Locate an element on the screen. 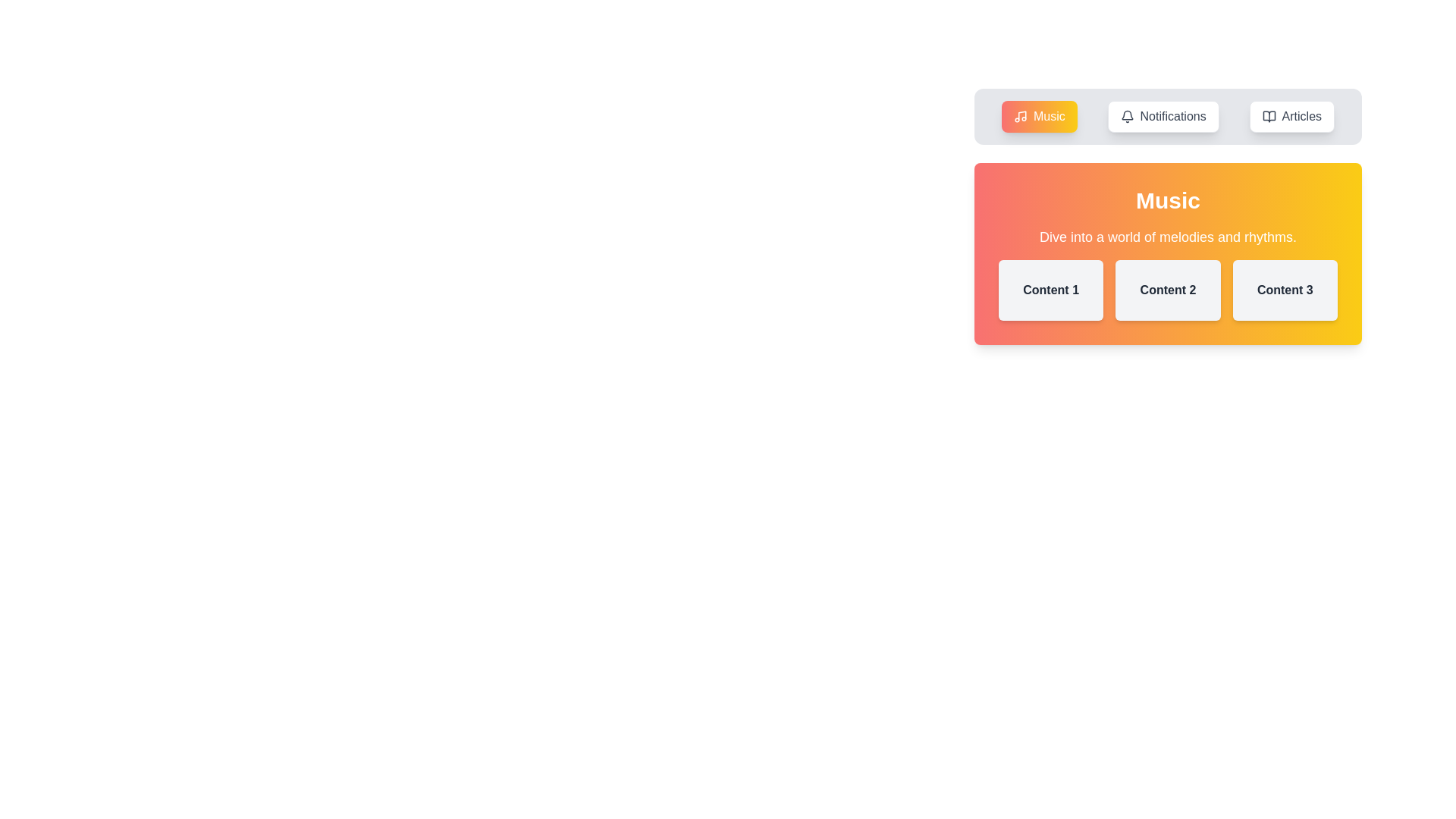  the tab labeled Notifications to switch to it is located at coordinates (1163, 116).